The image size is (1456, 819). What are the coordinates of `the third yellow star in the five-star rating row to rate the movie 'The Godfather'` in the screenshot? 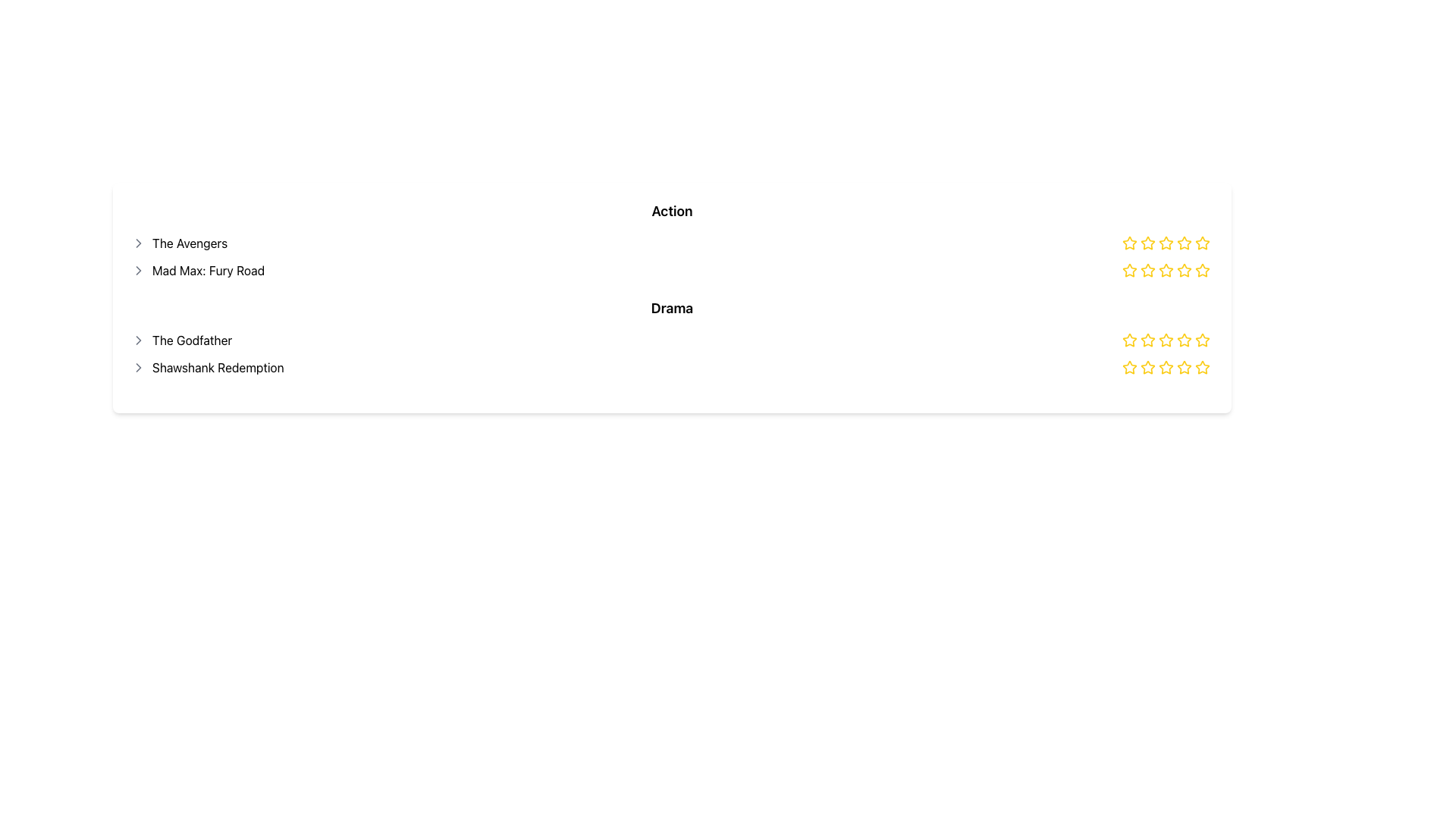 It's located at (1147, 339).